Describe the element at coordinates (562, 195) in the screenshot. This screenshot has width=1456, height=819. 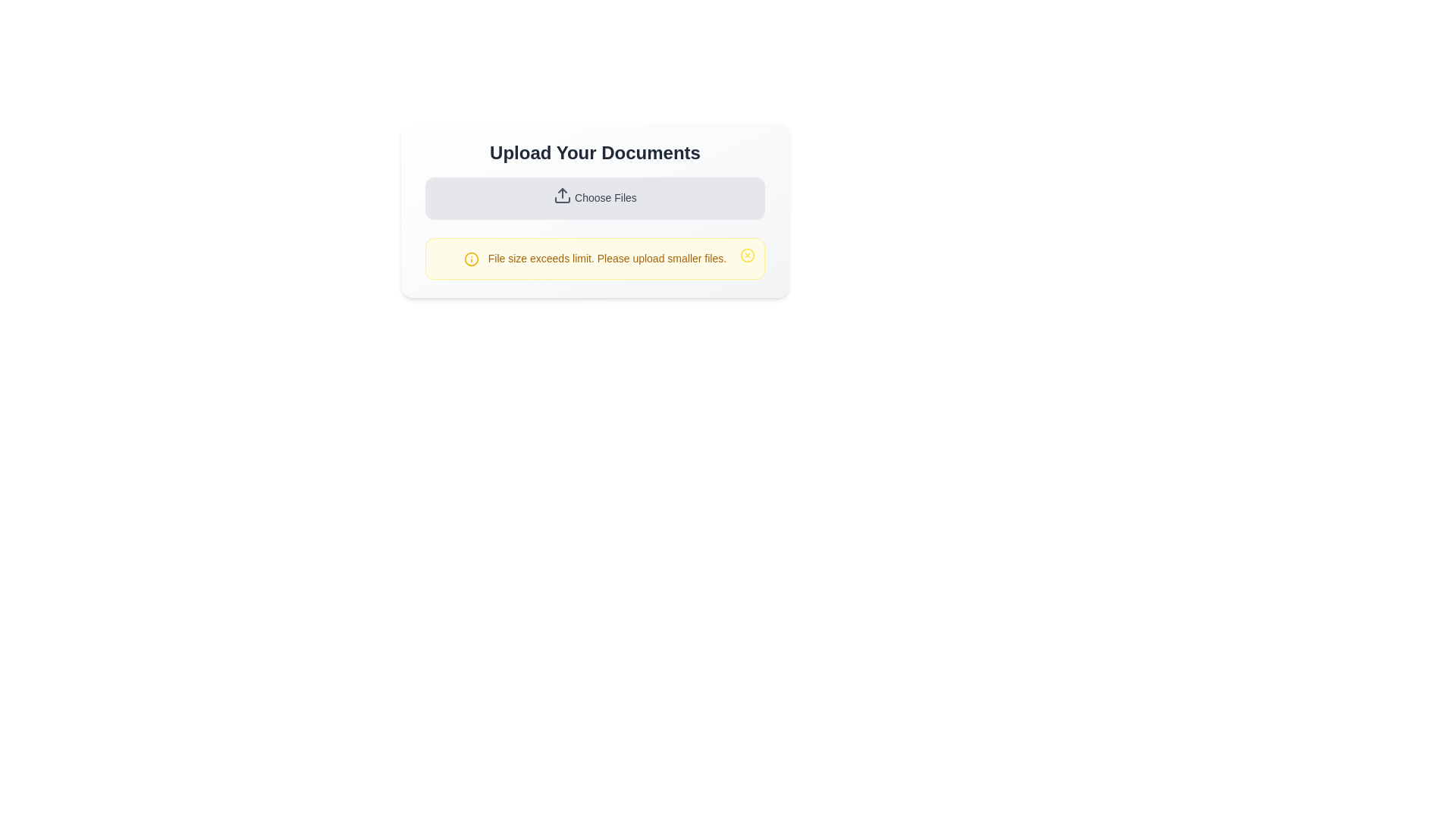
I see `the 'Choose Files' button that contains the upload icon represented by a square shape with an upward-pointing arrow, styled in gray color` at that location.